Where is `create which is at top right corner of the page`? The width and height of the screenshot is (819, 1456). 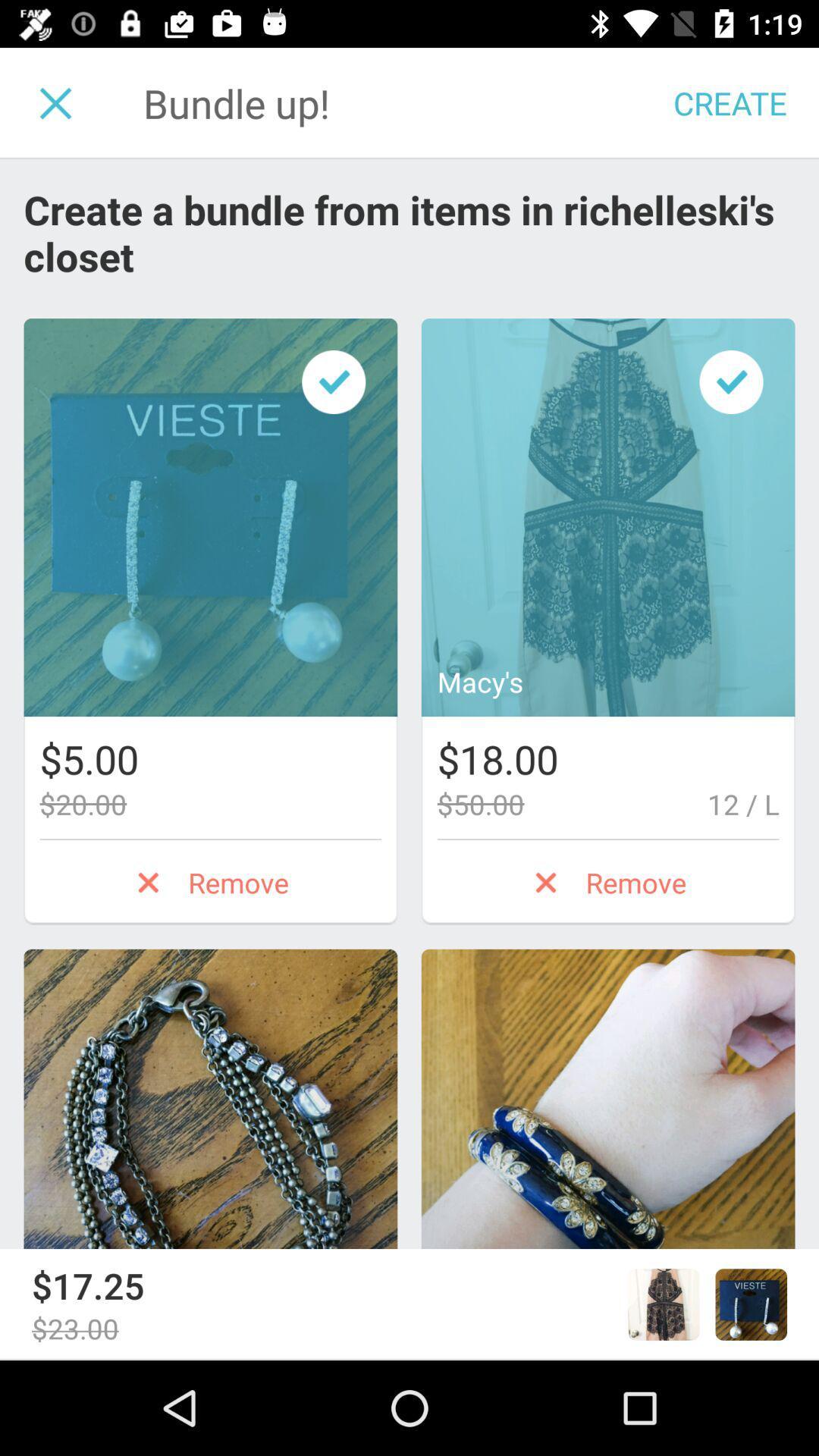
create which is at top right corner of the page is located at coordinates (730, 102).